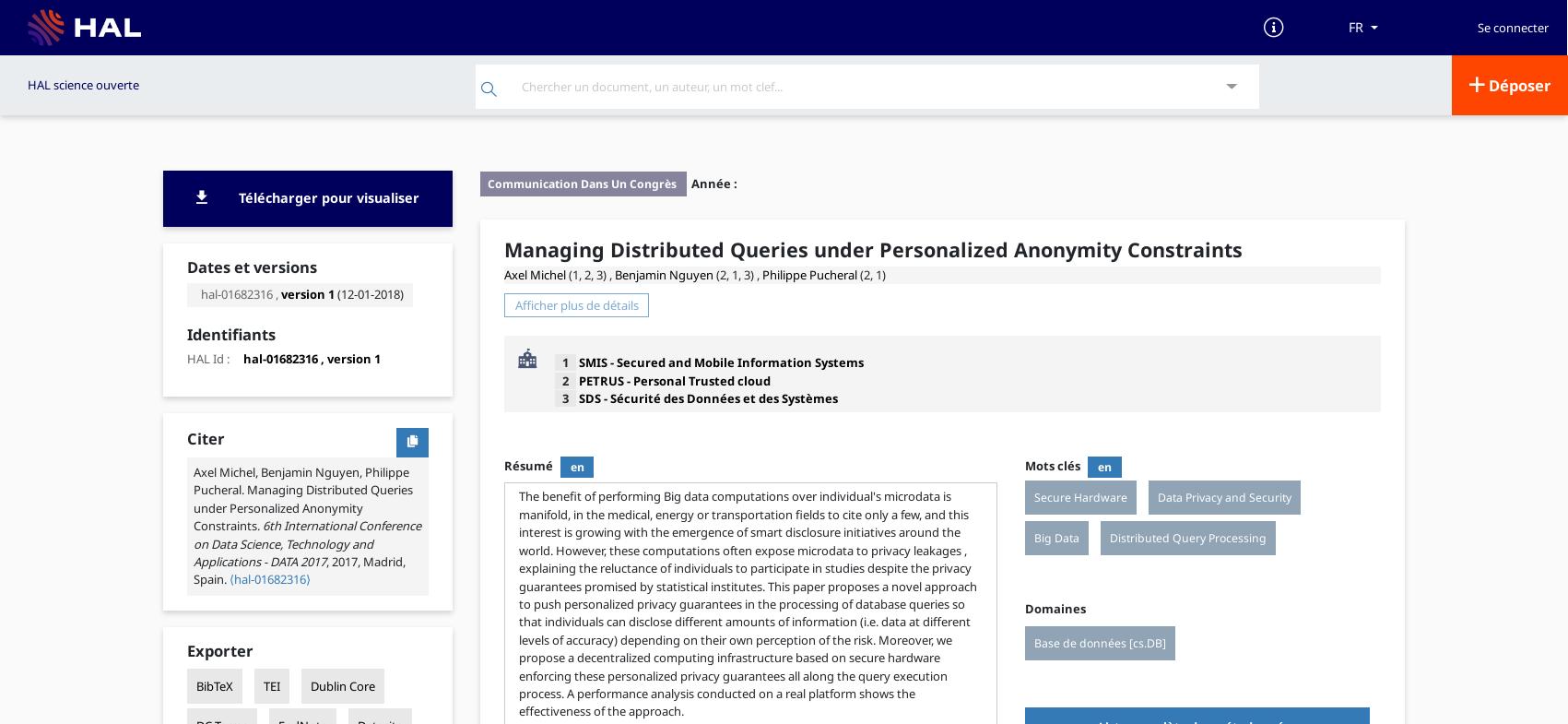 Image resolution: width=1568 pixels, height=724 pixels. Describe the element at coordinates (213, 686) in the screenshot. I see `'BibTeX'` at that location.